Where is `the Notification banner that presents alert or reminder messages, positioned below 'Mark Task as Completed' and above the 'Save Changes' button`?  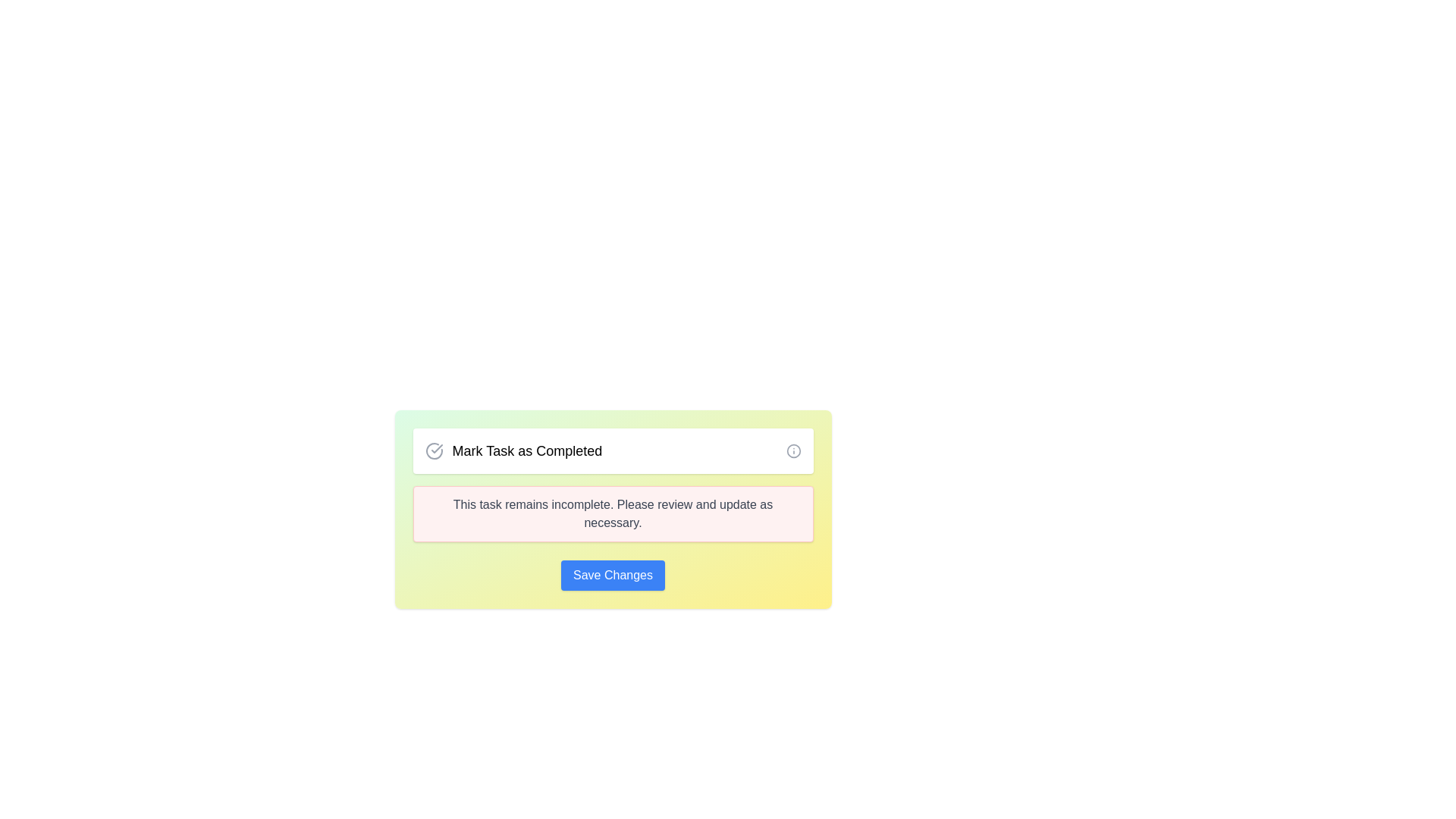 the Notification banner that presents alert or reminder messages, positioned below 'Mark Task as Completed' and above the 'Save Changes' button is located at coordinates (613, 513).